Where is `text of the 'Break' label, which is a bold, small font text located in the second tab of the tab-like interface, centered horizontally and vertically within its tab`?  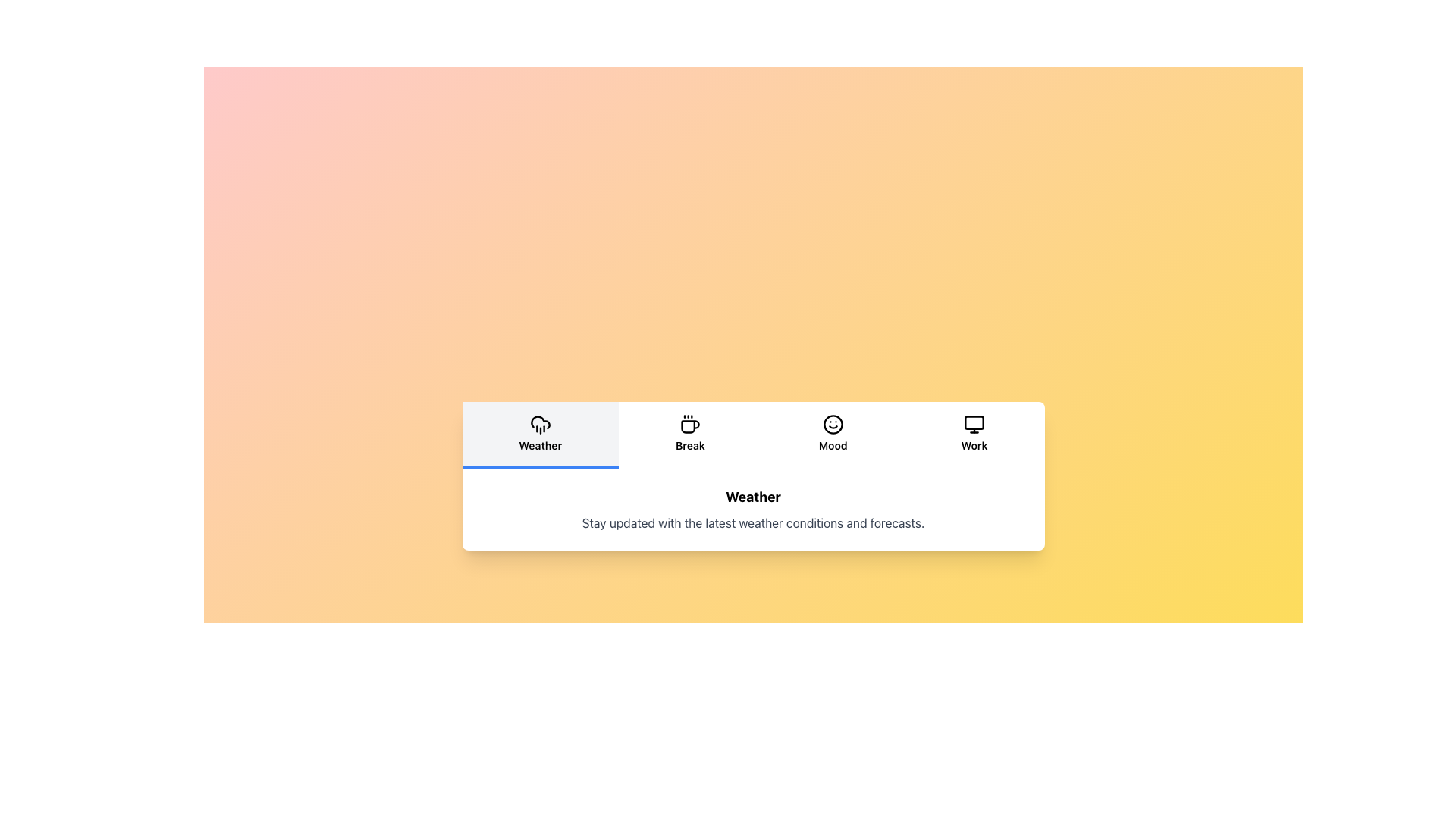
text of the 'Break' label, which is a bold, small font text located in the second tab of the tab-like interface, centered horizontally and vertically within its tab is located at coordinates (689, 444).